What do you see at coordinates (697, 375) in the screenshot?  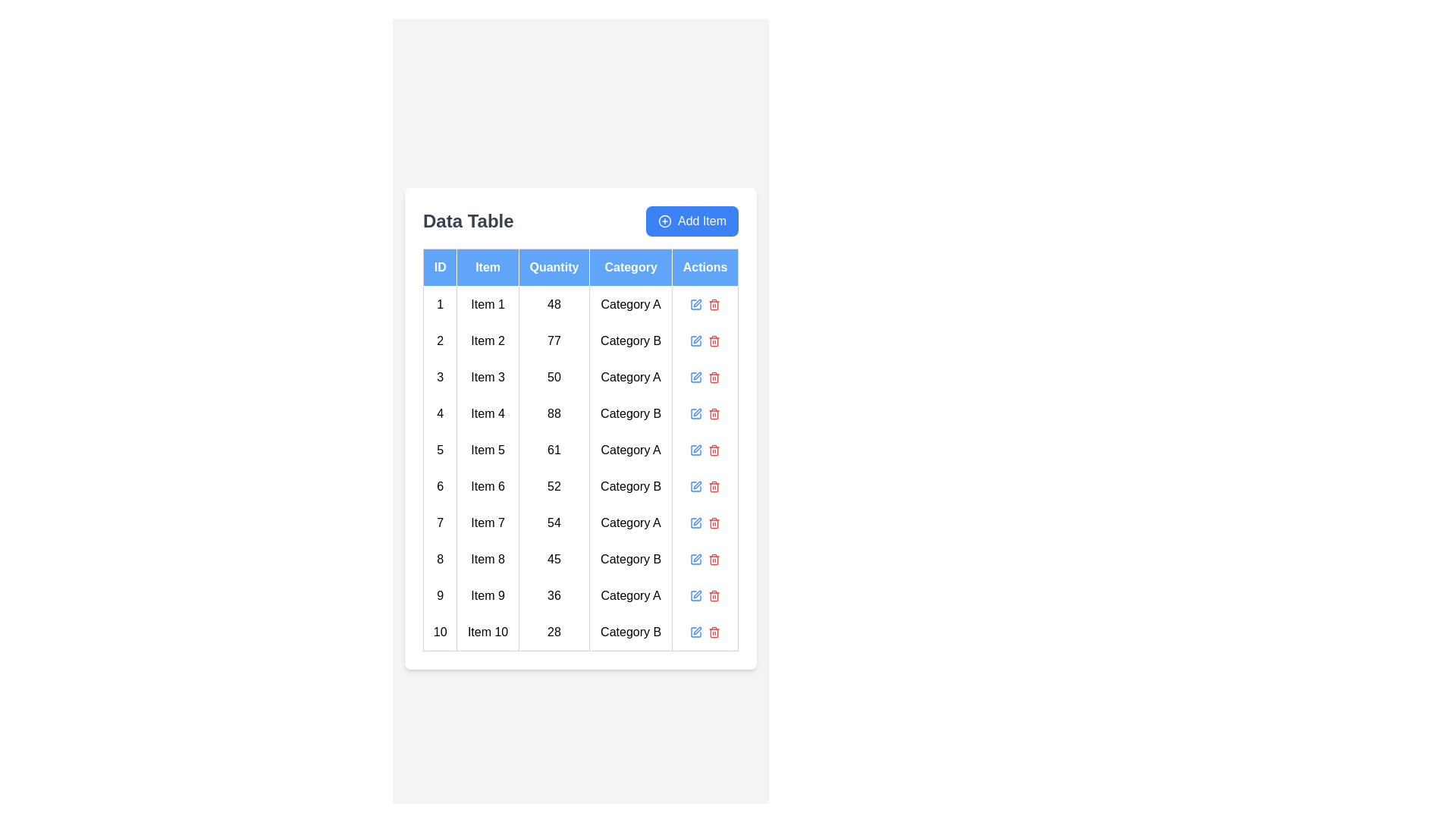 I see `the 'Edit' button located in the 'Actions' column of the data table, which is the first icon to the left of the red trash bin icon` at bounding box center [697, 375].